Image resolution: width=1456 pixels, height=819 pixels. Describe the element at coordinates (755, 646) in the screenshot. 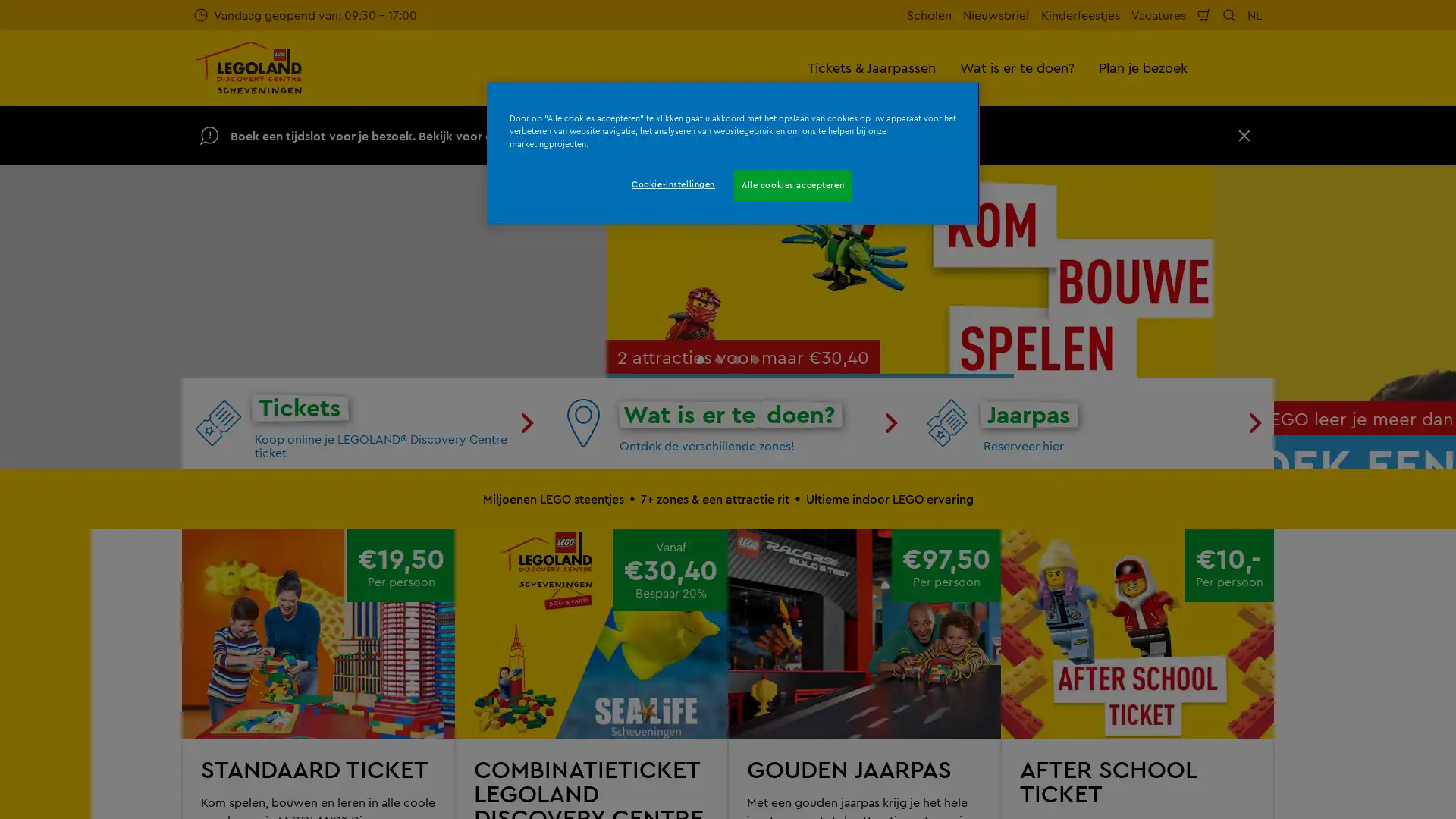

I see `Go to slide 4` at that location.